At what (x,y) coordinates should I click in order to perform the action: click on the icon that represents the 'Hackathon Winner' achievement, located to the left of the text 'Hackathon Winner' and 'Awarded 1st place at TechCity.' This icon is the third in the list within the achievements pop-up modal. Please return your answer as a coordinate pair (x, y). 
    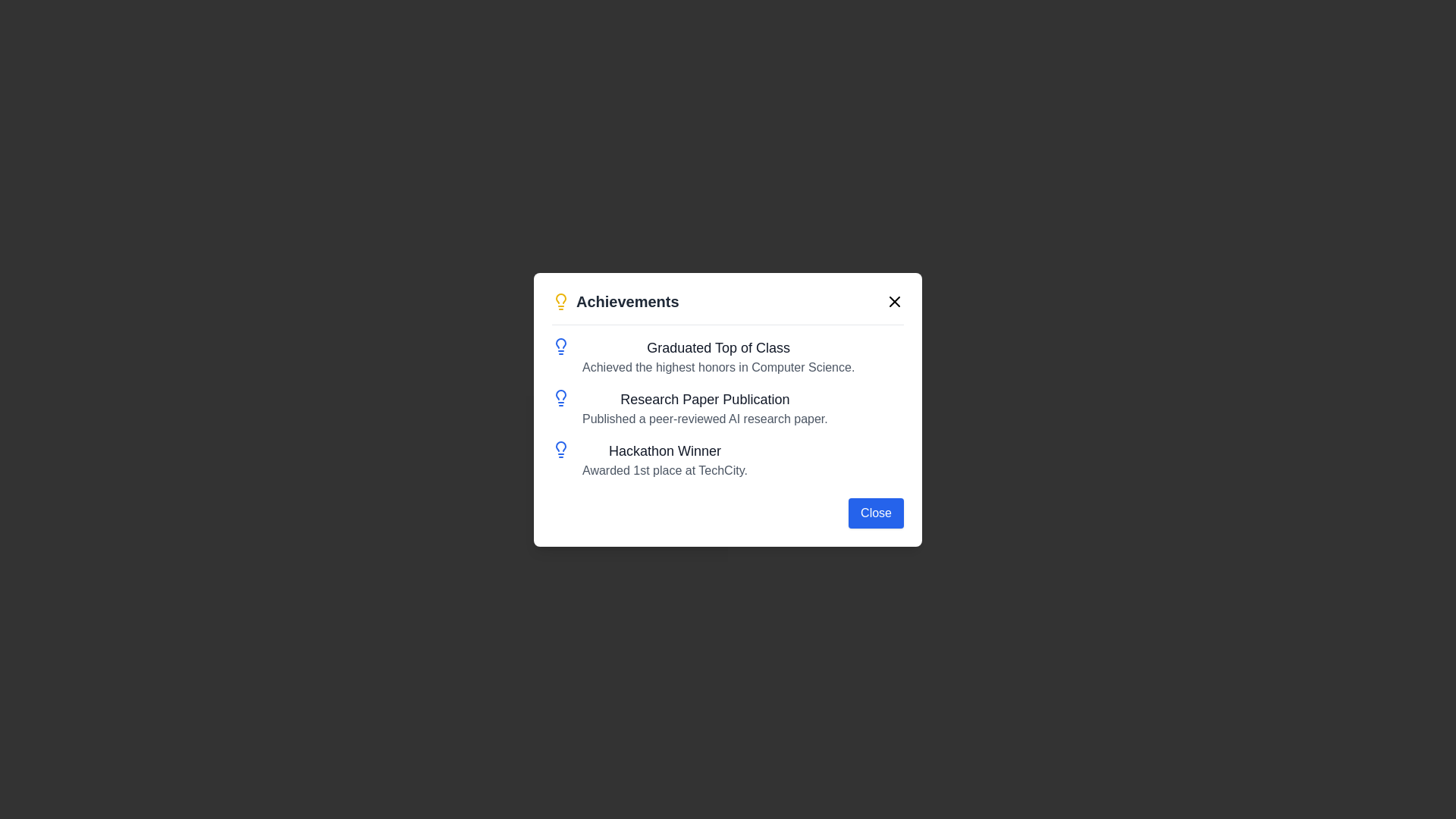
    Looking at the image, I should click on (560, 448).